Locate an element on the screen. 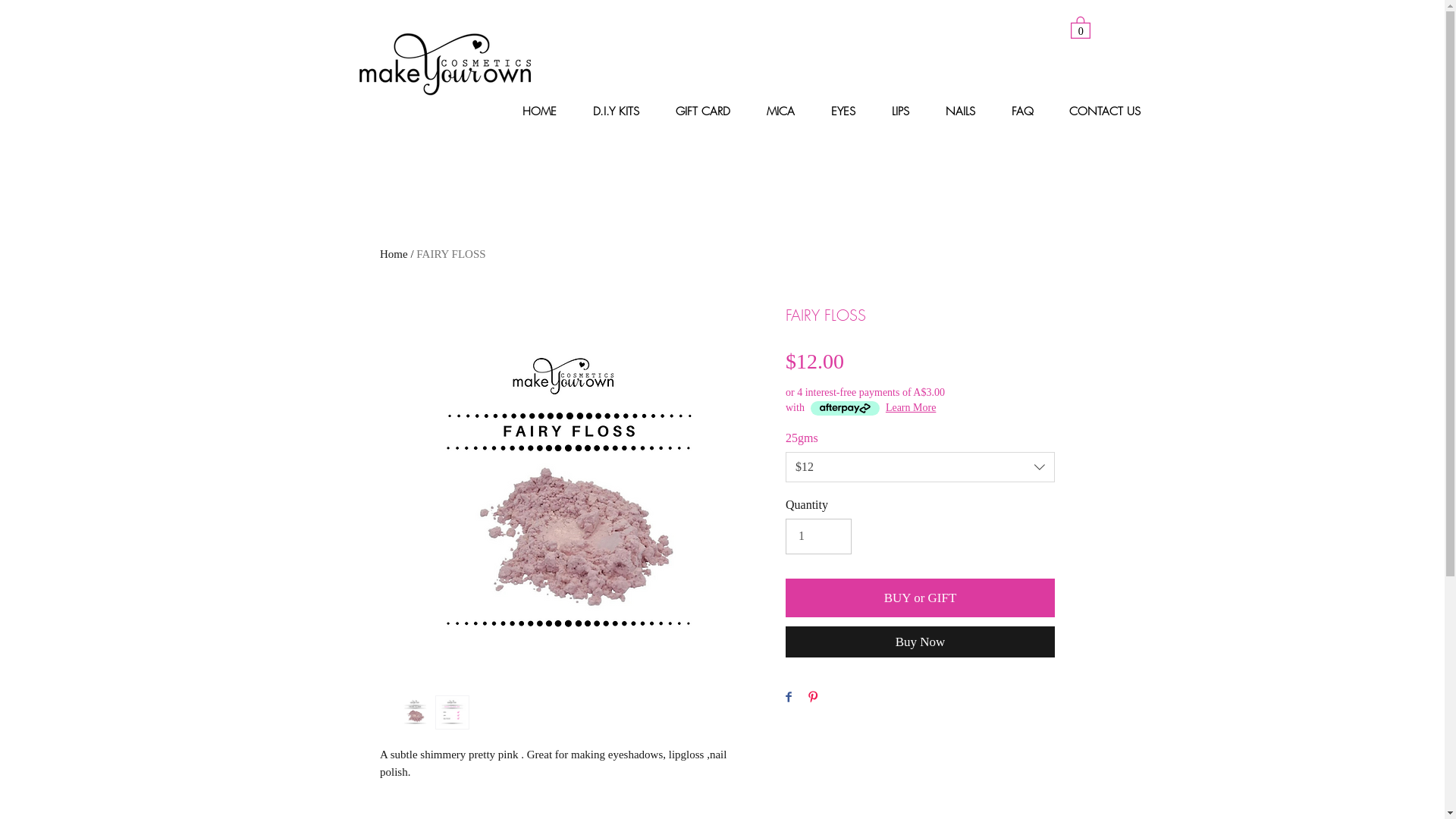  'BUY or GIFT' is located at coordinates (786, 598).